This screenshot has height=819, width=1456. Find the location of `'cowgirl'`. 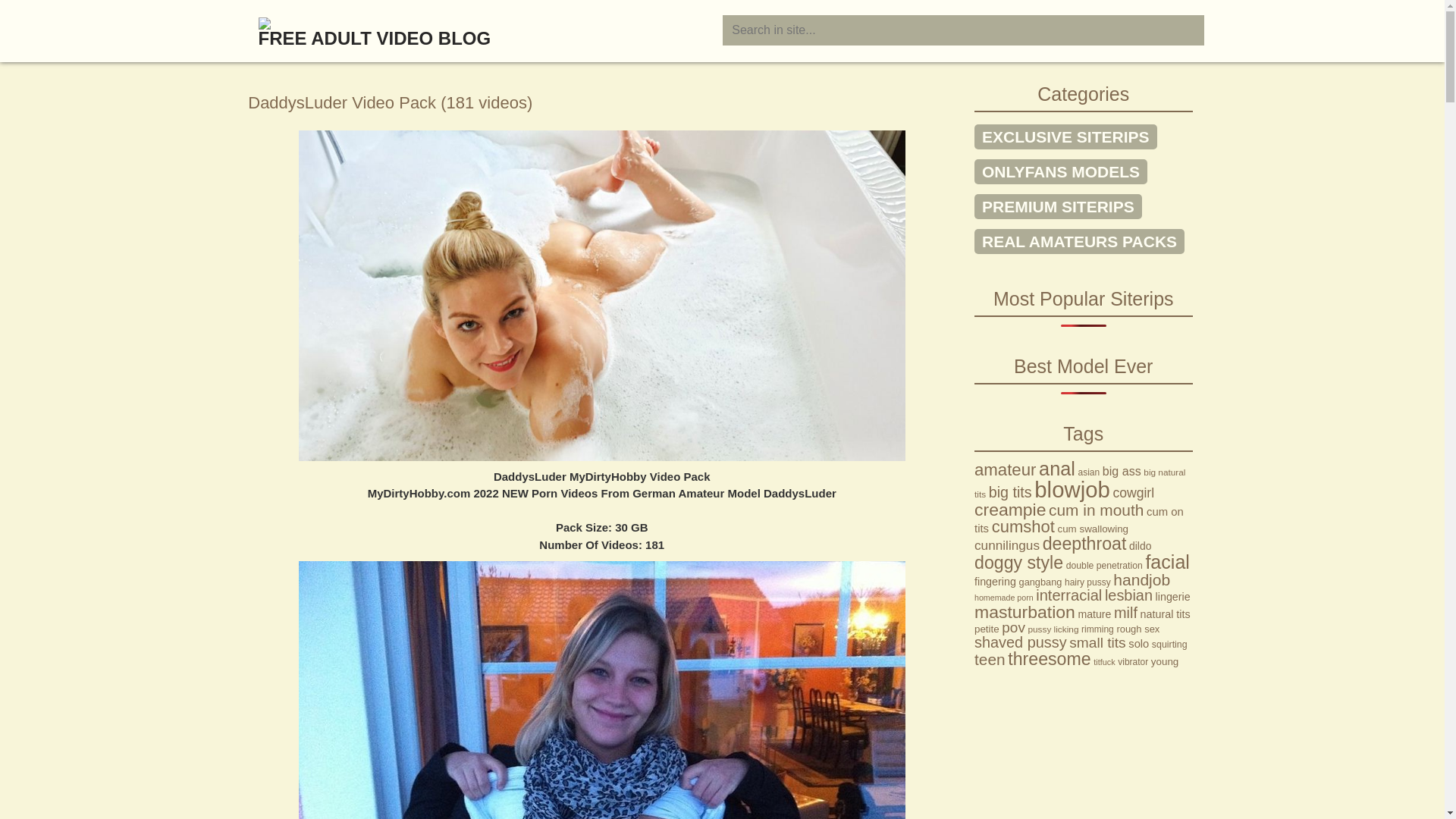

'cowgirl' is located at coordinates (1133, 493).